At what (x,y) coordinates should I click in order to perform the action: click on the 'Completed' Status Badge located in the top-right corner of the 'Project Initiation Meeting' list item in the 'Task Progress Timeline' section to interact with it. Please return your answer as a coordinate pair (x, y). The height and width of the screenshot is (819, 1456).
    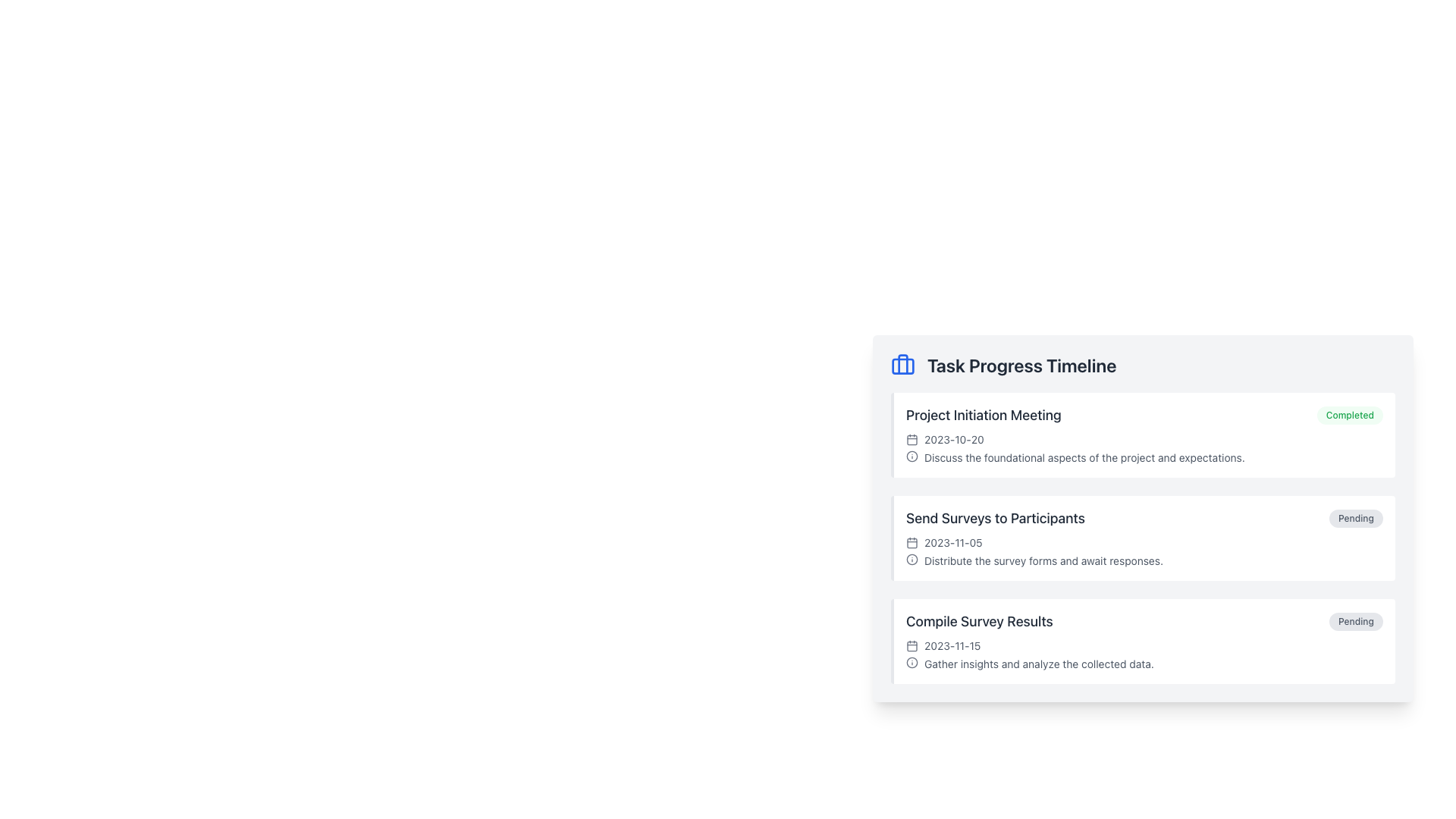
    Looking at the image, I should click on (1350, 415).